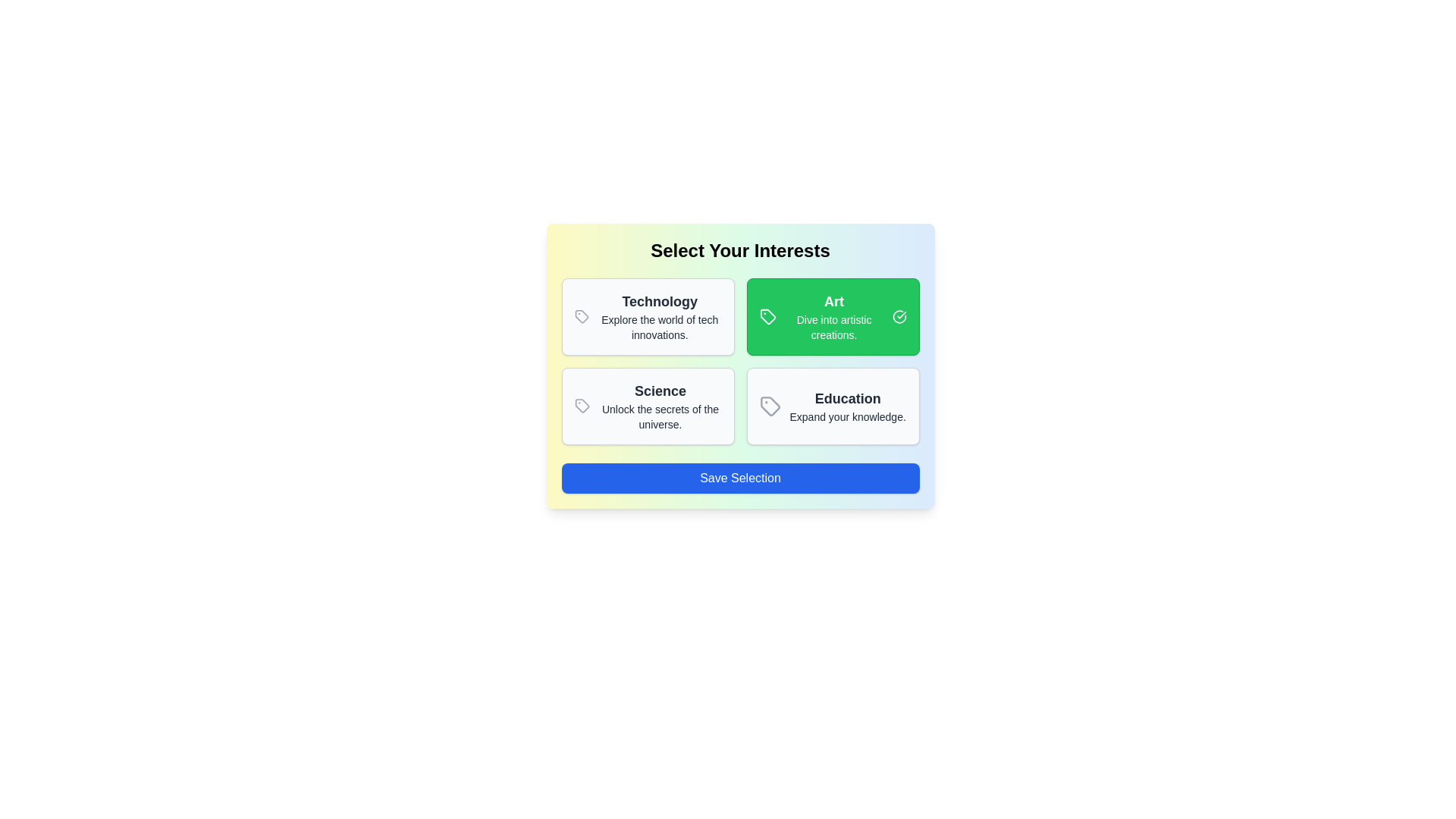 The image size is (1456, 819). What do you see at coordinates (832, 315) in the screenshot?
I see `the category Art` at bounding box center [832, 315].